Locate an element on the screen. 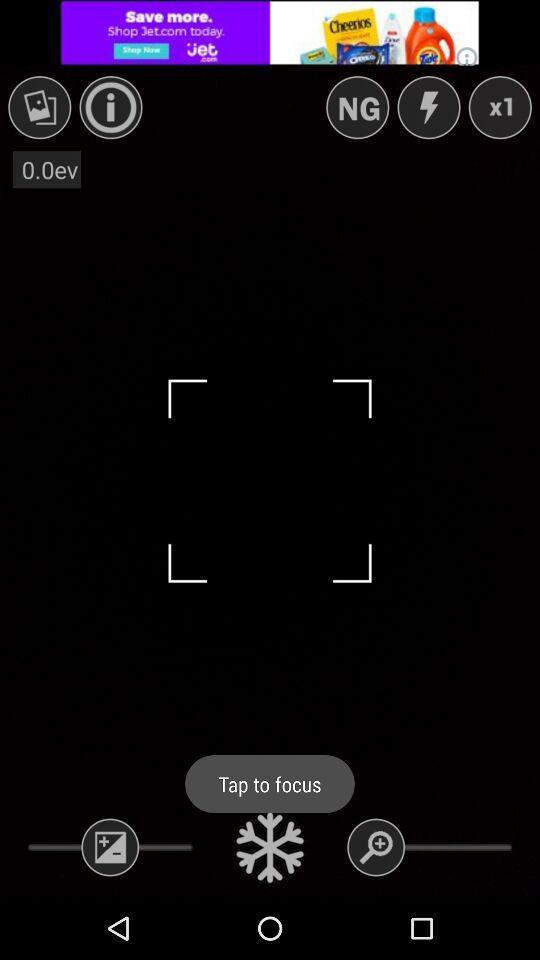 Image resolution: width=540 pixels, height=960 pixels. the info icon is located at coordinates (111, 107).